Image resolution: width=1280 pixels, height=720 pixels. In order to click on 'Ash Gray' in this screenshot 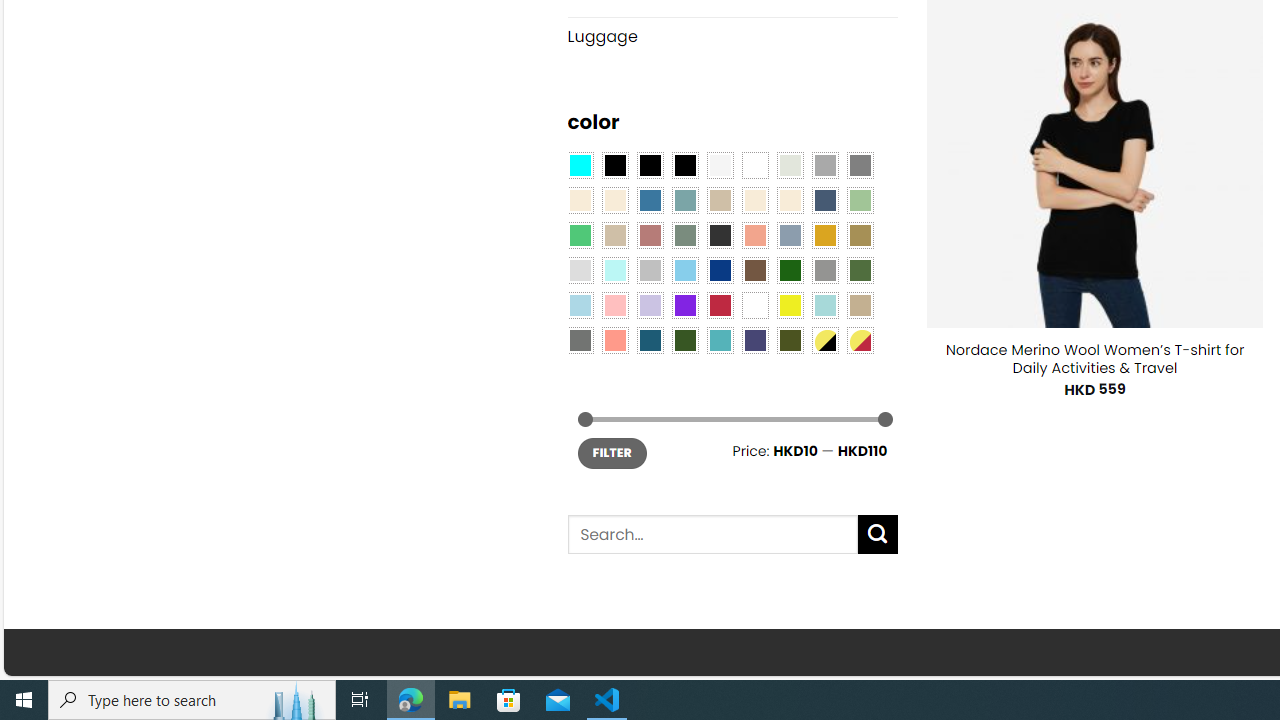, I will do `click(788, 163)`.